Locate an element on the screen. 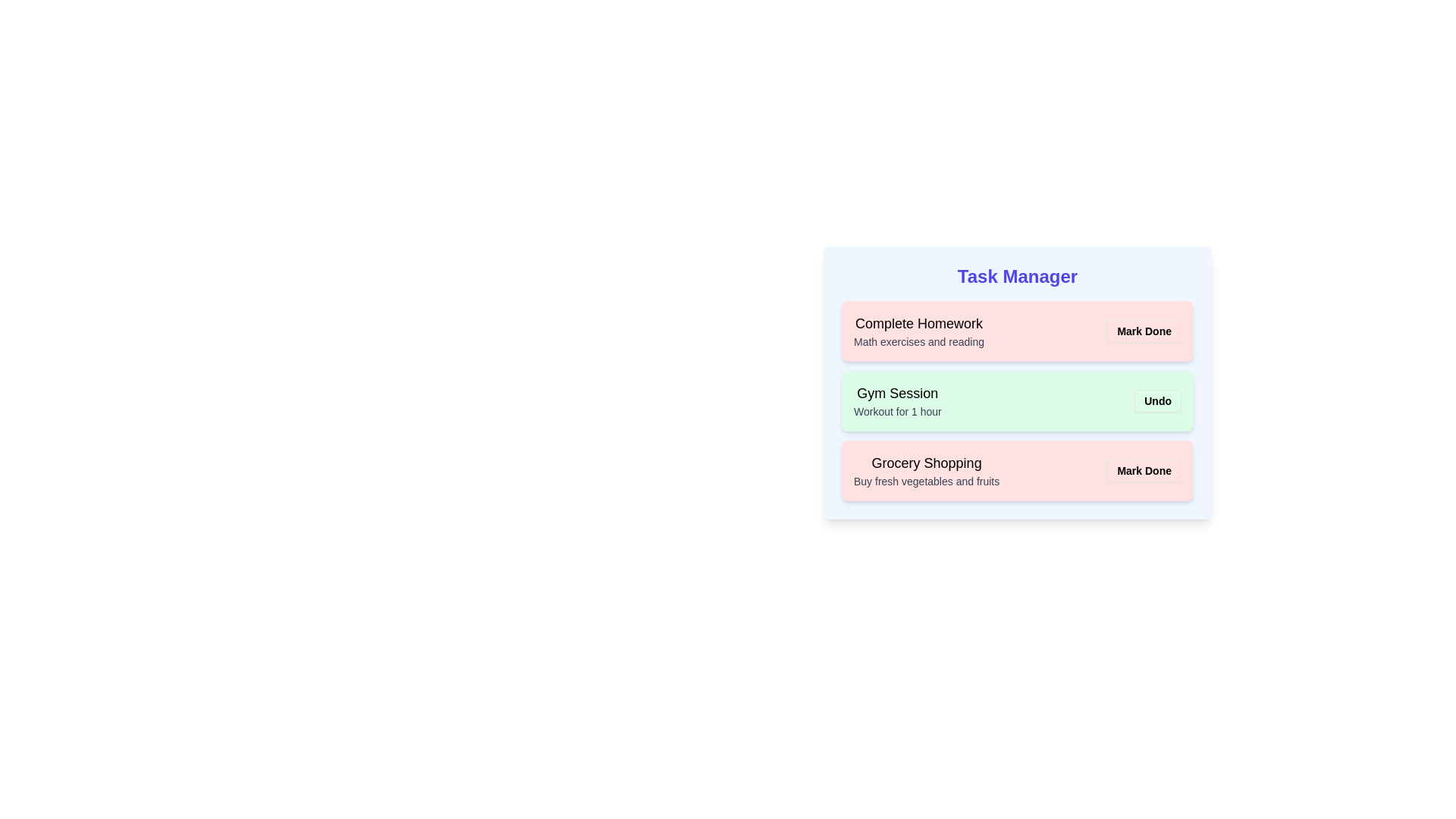  the task title Gym Session in the task list is located at coordinates (897, 393).